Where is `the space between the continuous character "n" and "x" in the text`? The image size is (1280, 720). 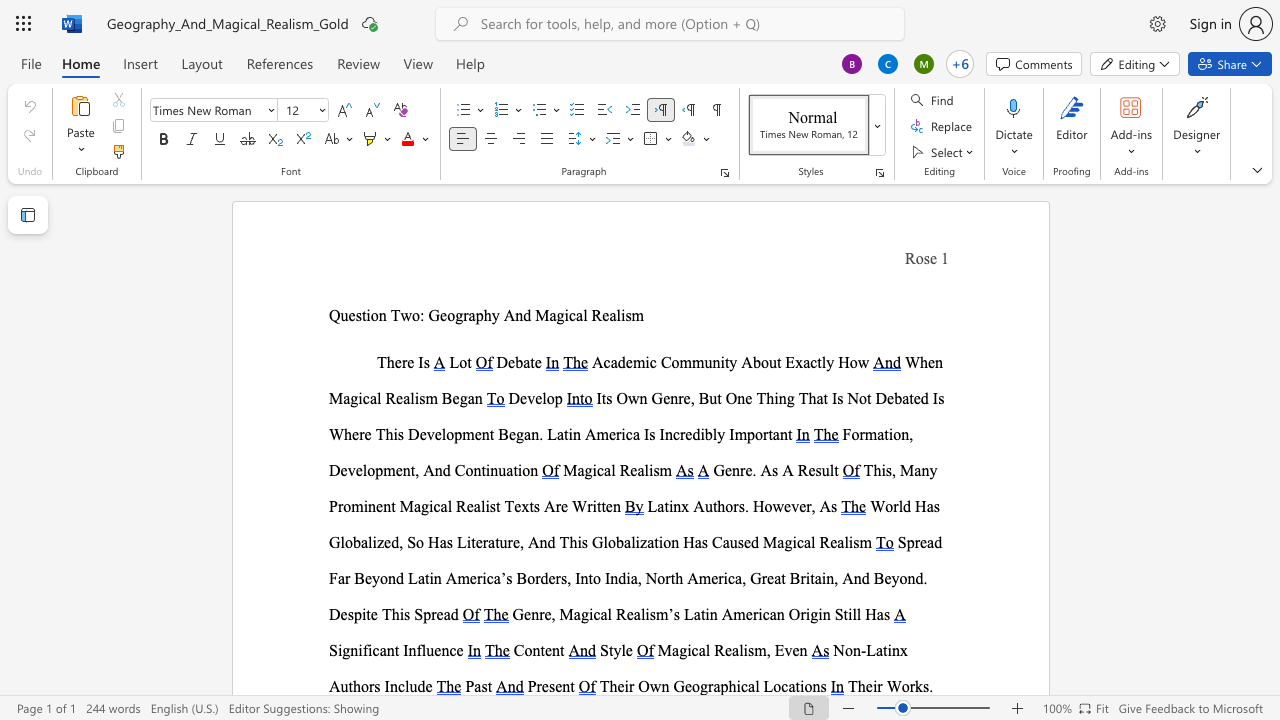 the space between the continuous character "n" and "x" in the text is located at coordinates (898, 650).